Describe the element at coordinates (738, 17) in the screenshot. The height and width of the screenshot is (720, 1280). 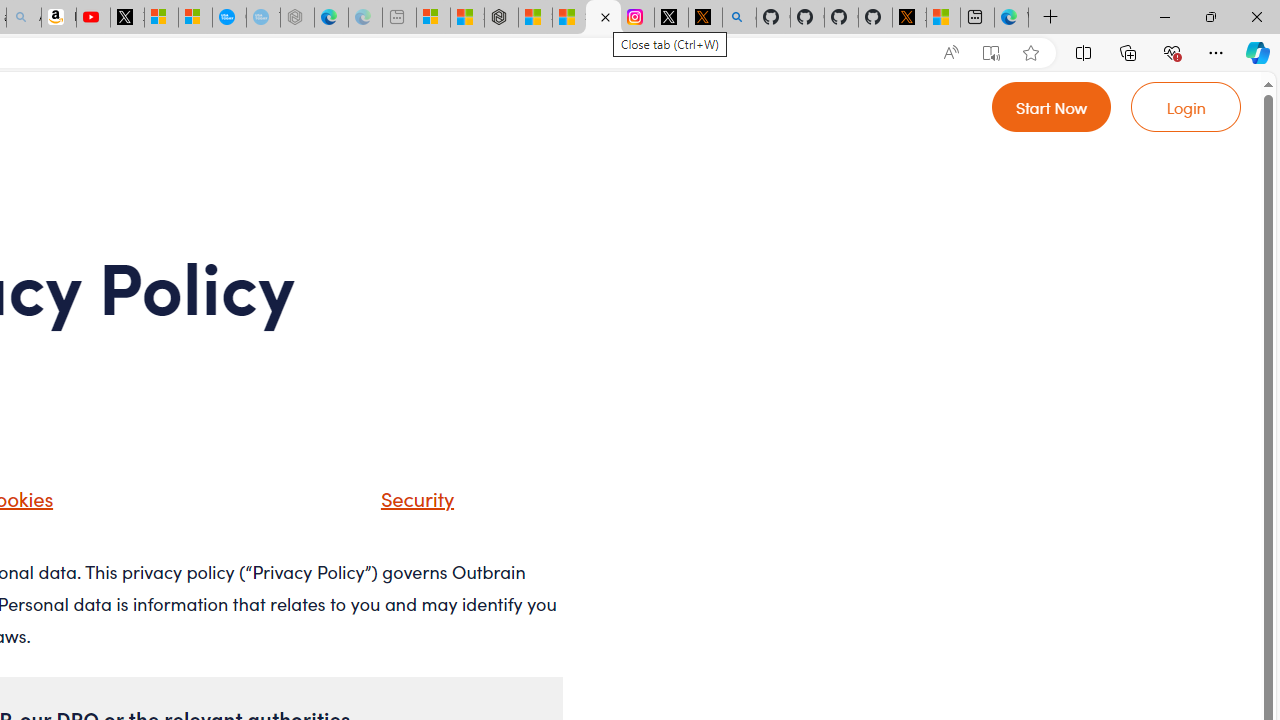
I see `'github - Search'` at that location.